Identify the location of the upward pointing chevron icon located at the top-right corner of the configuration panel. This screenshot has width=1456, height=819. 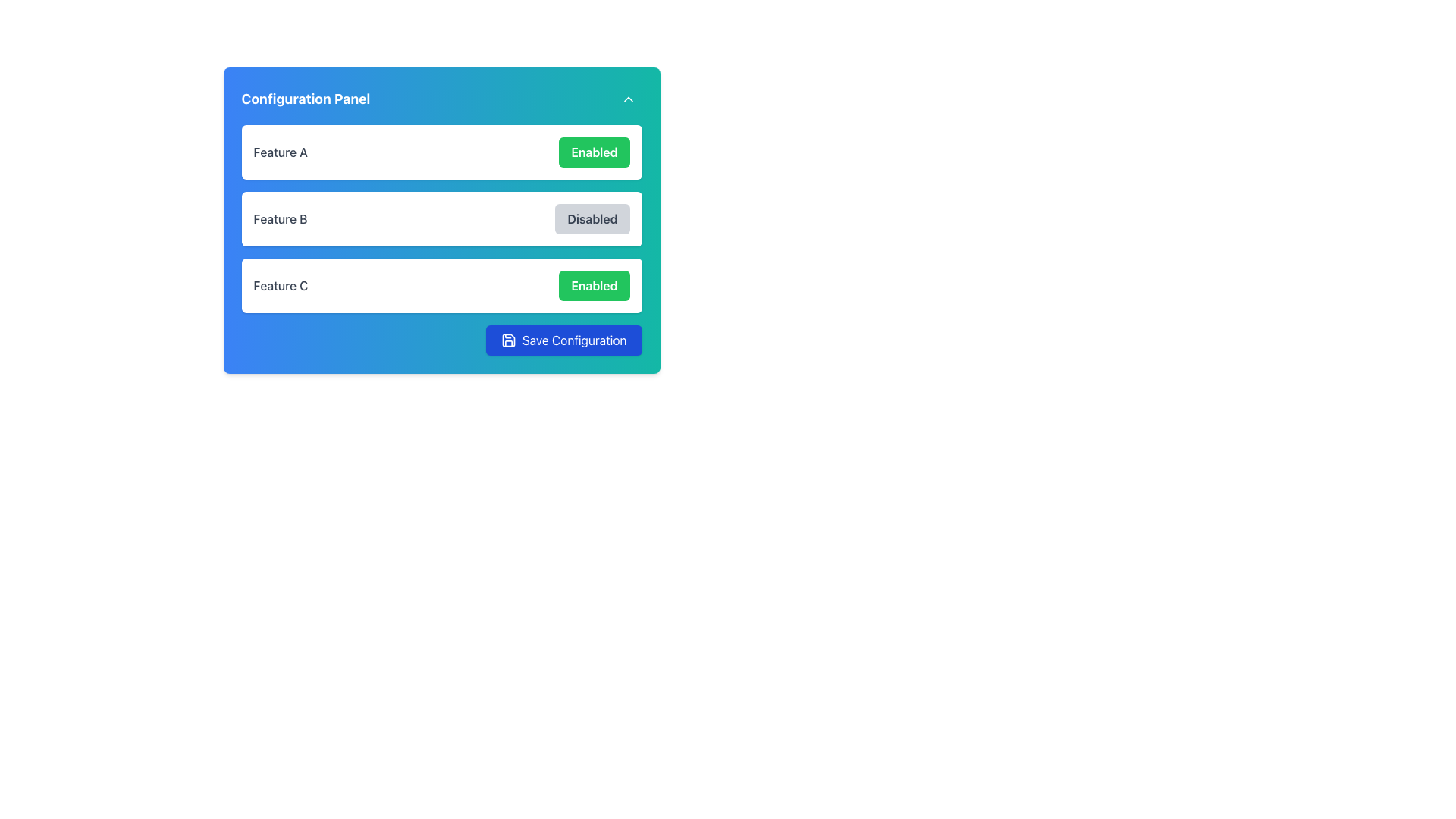
(628, 99).